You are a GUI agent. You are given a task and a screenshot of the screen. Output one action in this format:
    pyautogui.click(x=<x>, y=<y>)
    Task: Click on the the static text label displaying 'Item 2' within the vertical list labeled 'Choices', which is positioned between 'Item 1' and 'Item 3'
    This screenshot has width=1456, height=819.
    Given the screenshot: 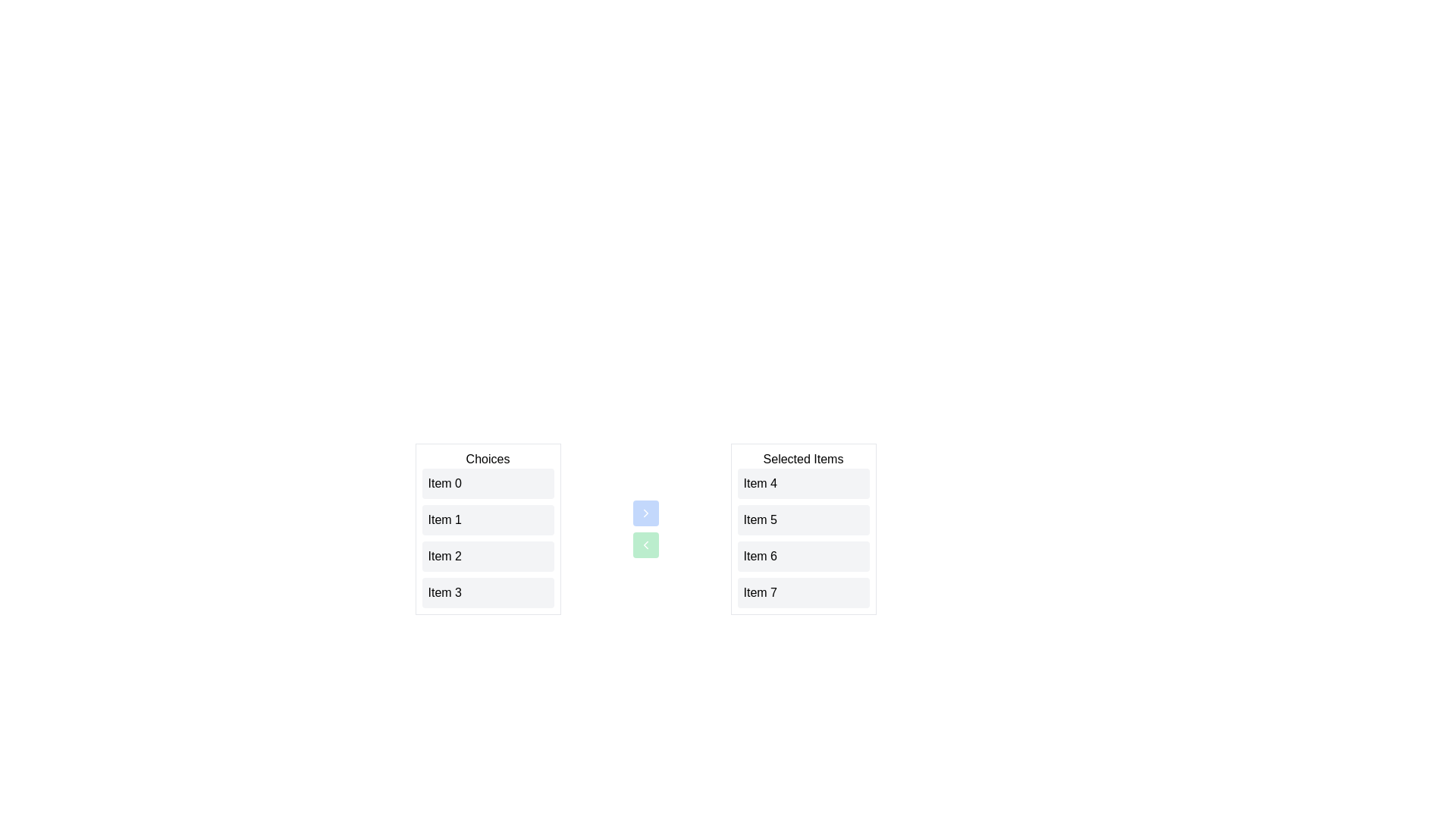 What is the action you would take?
    pyautogui.click(x=444, y=556)
    